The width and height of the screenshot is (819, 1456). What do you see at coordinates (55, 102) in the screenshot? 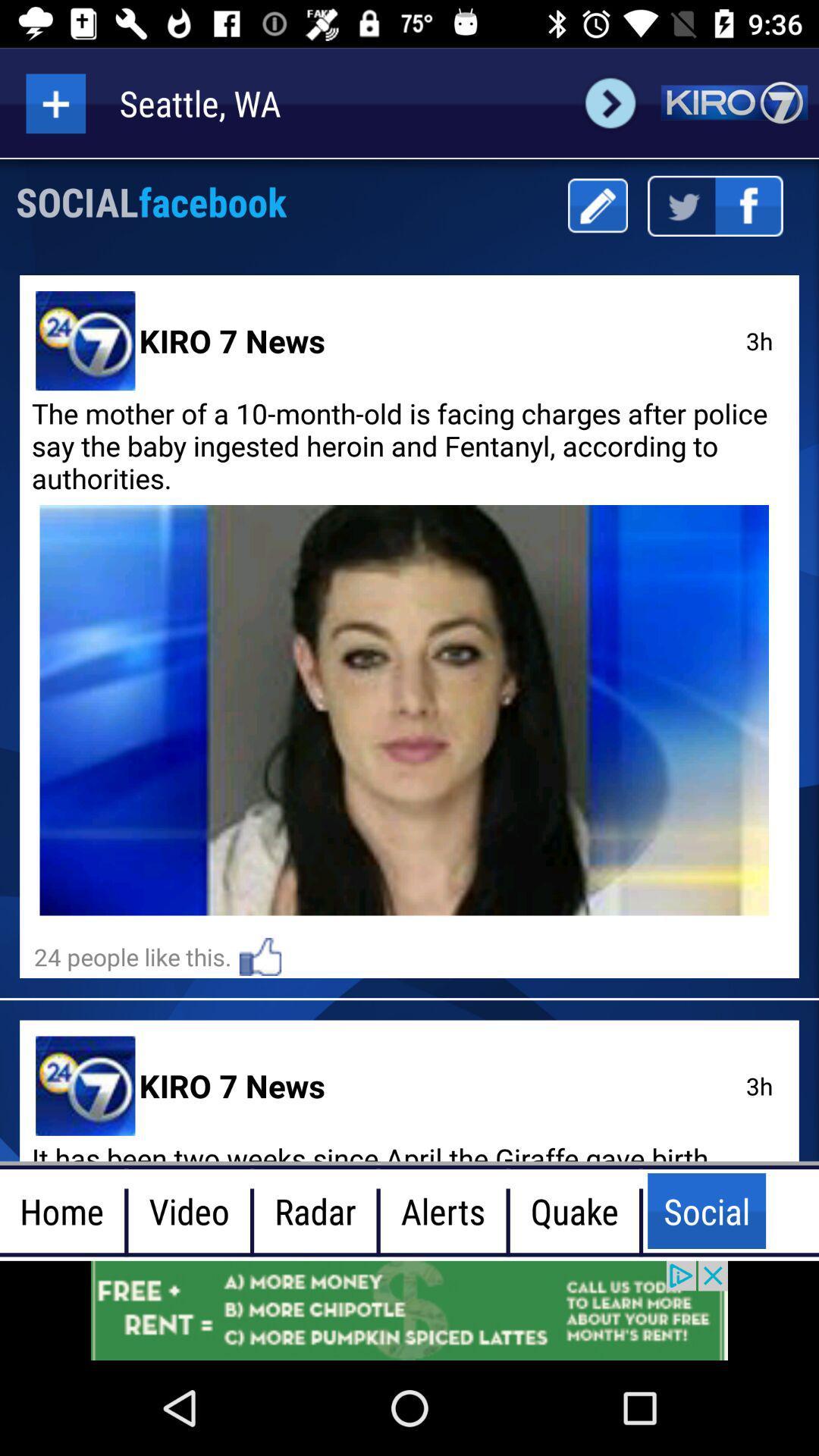
I see `open menu` at bounding box center [55, 102].